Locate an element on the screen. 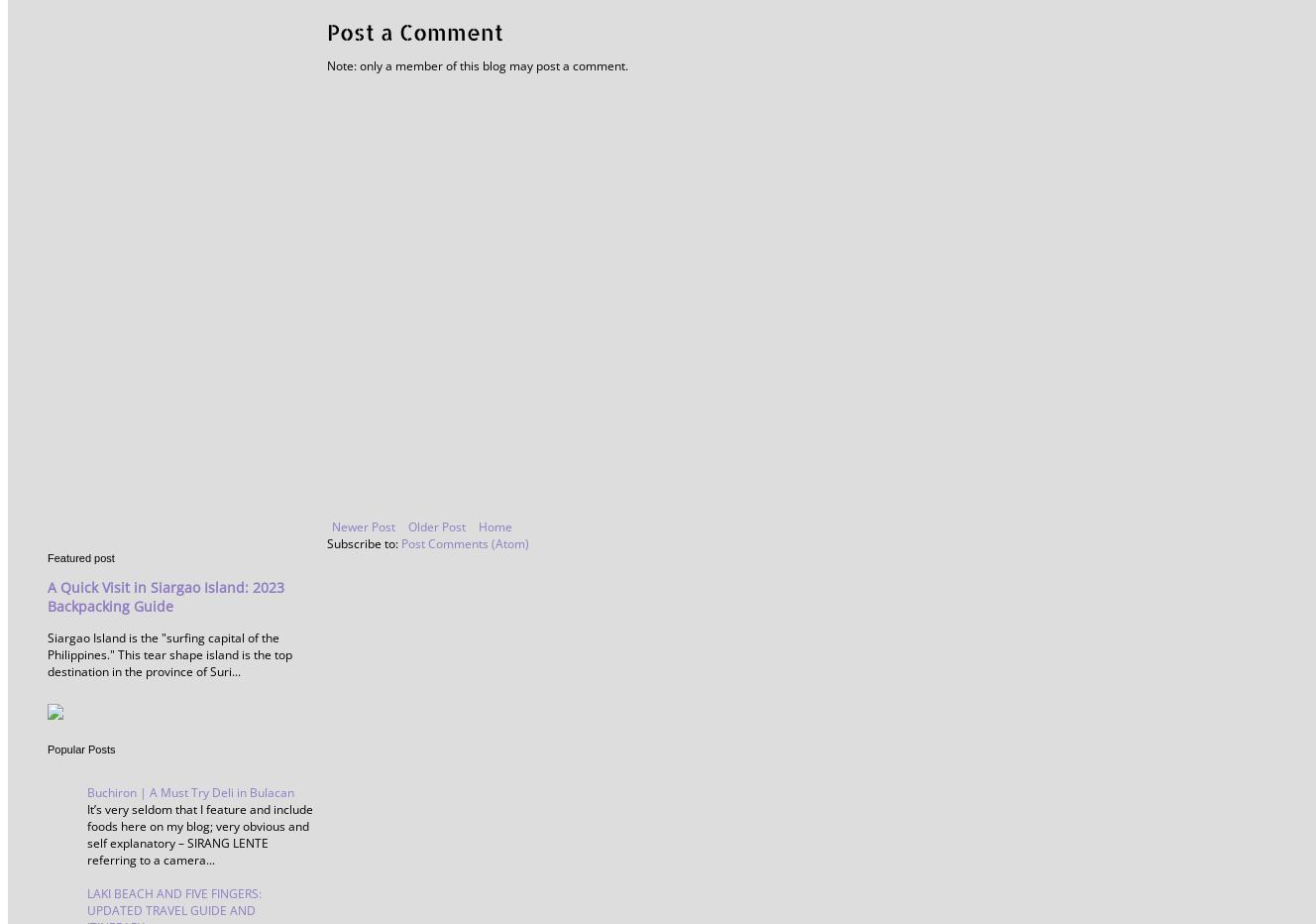 The width and height of the screenshot is (1316, 924). 'Popular Posts' is located at coordinates (80, 749).